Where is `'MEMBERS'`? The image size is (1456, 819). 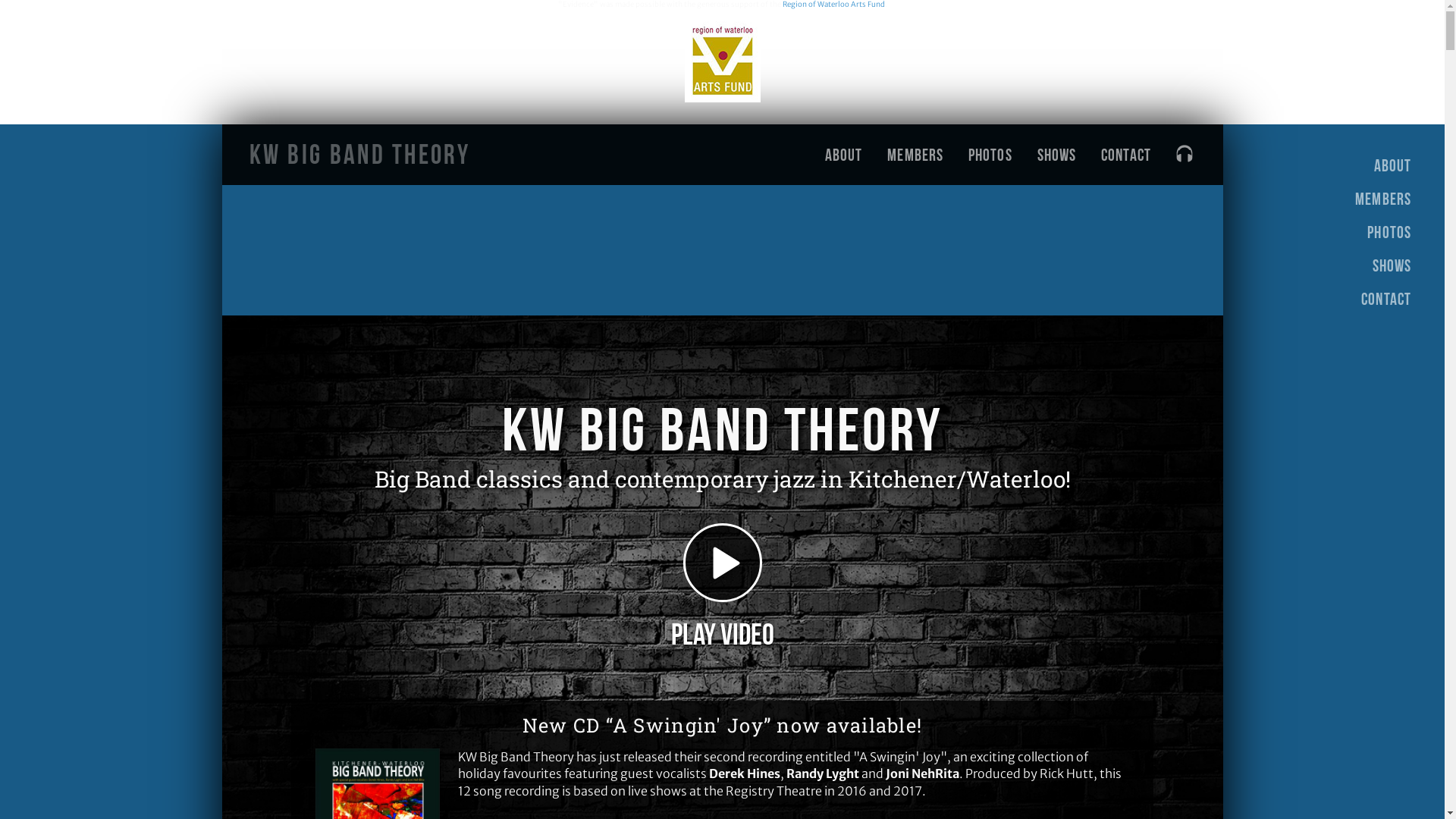
'MEMBERS' is located at coordinates (874, 155).